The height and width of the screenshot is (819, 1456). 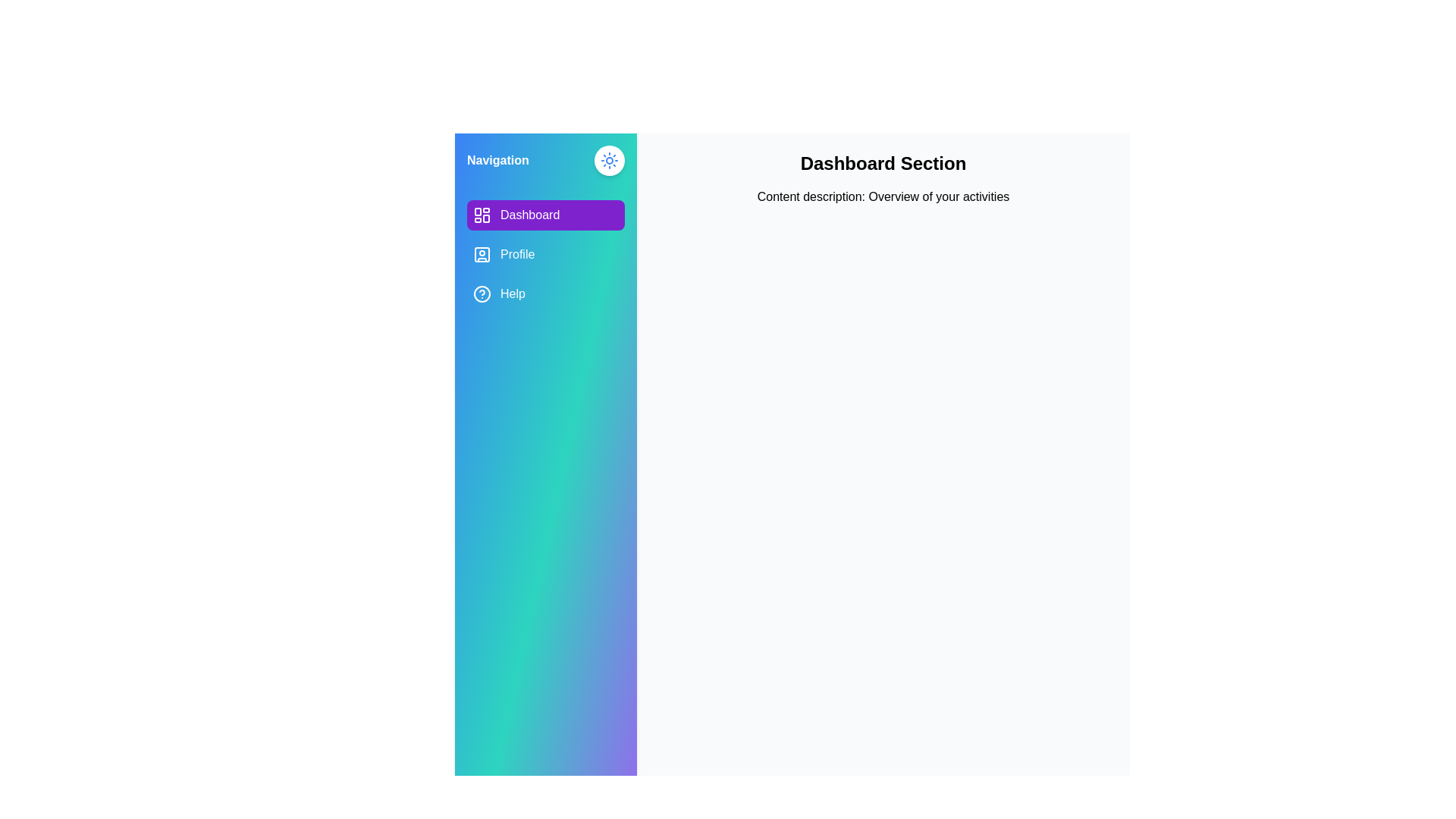 What do you see at coordinates (546, 294) in the screenshot?
I see `the Help tab in the menu to see its hover effect` at bounding box center [546, 294].